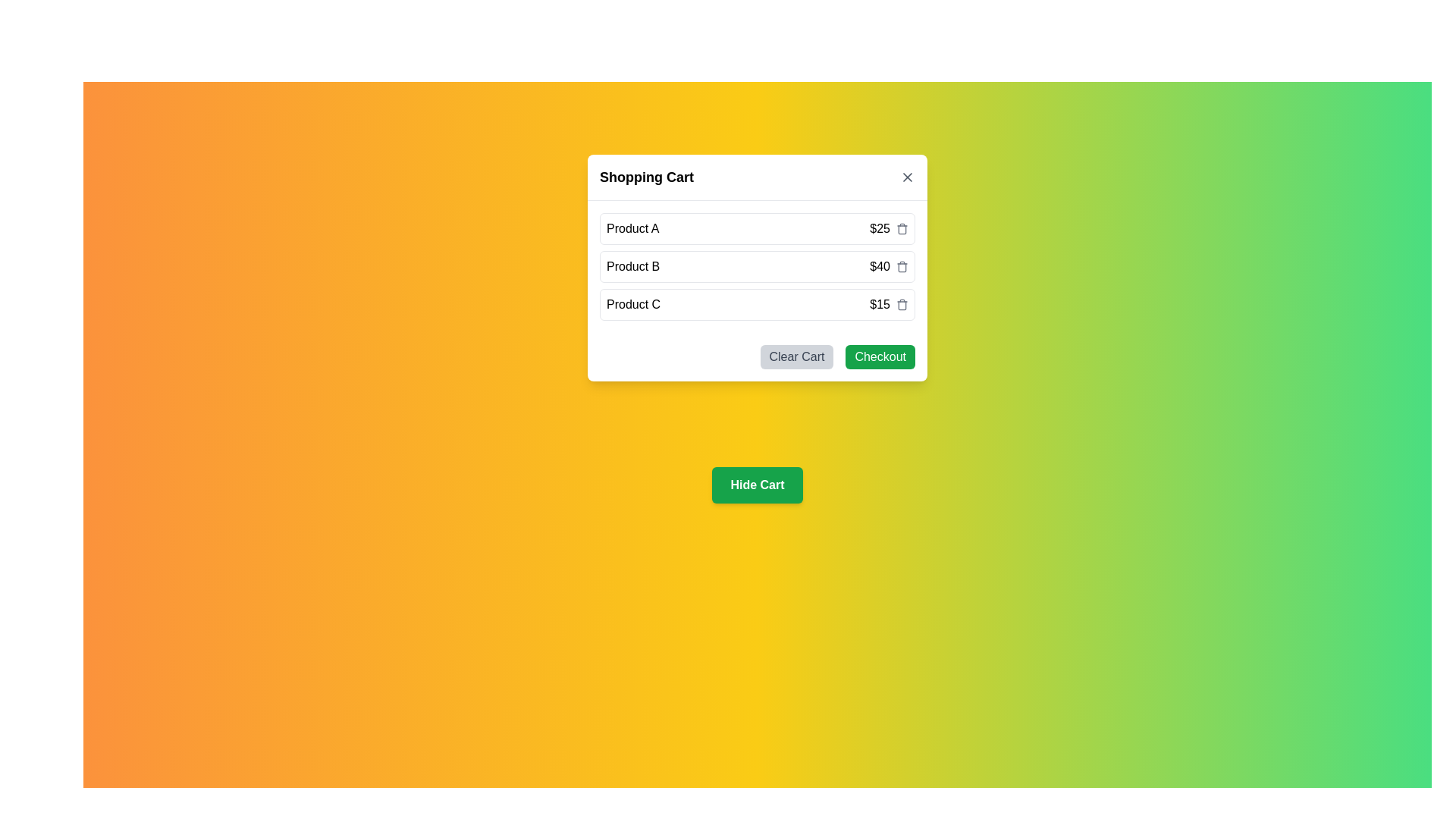 The width and height of the screenshot is (1456, 819). I want to click on the Header section of the modal window that contains the bold text 'Shopping Cart' for modal identification, so click(757, 177).